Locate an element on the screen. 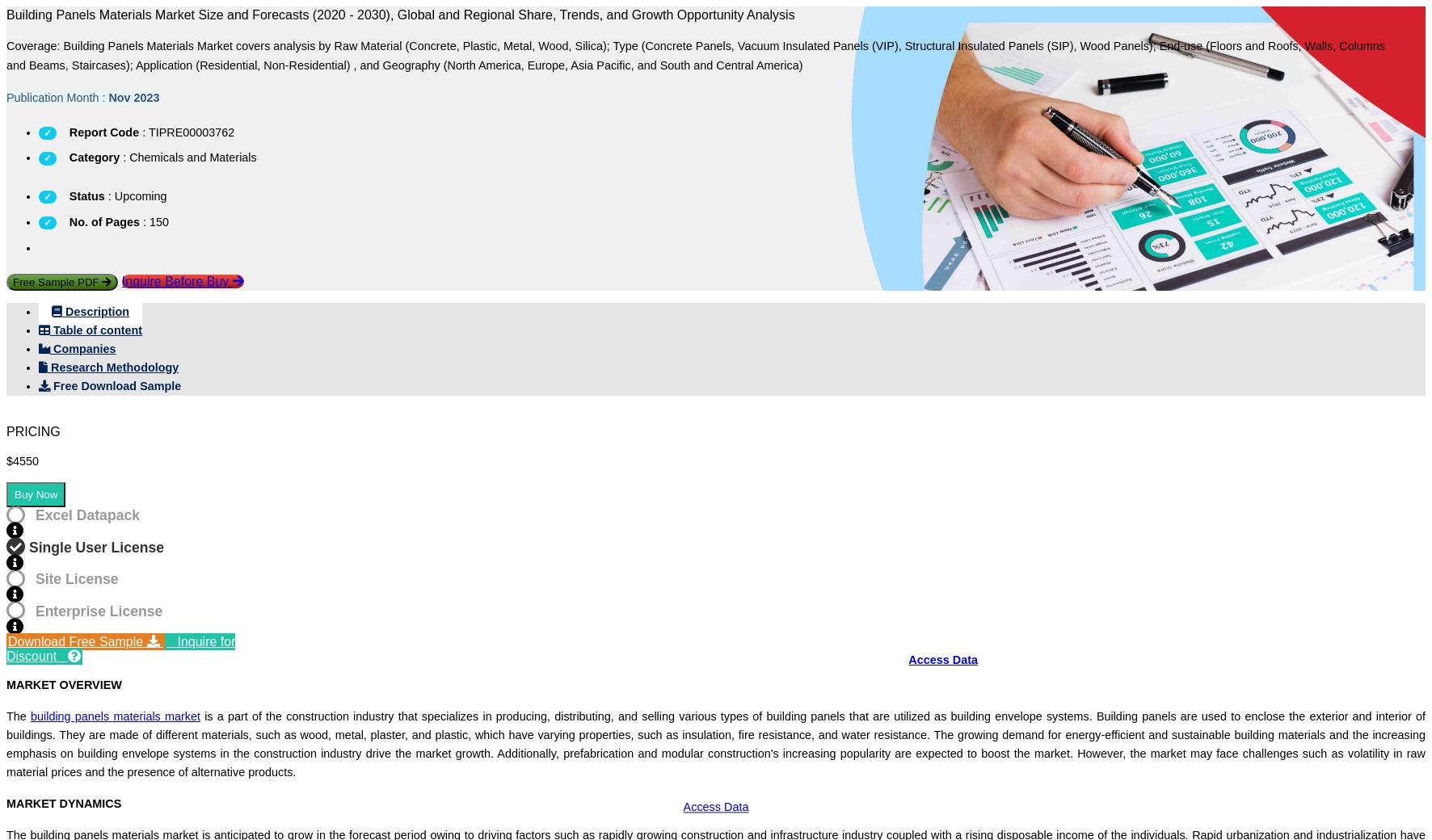  'COVID-19' is located at coordinates (996, 510).